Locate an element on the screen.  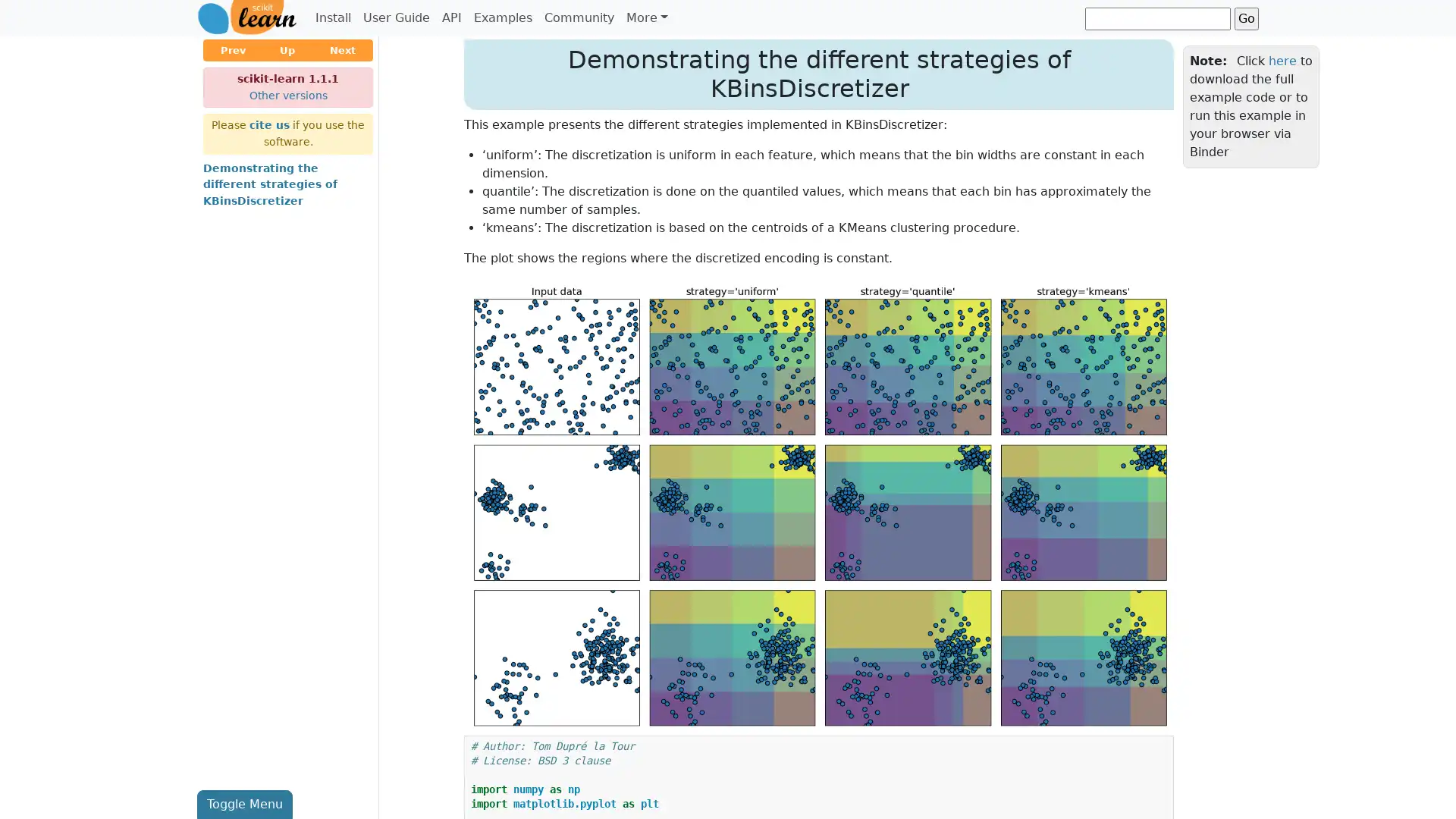
Go is located at coordinates (1246, 17).